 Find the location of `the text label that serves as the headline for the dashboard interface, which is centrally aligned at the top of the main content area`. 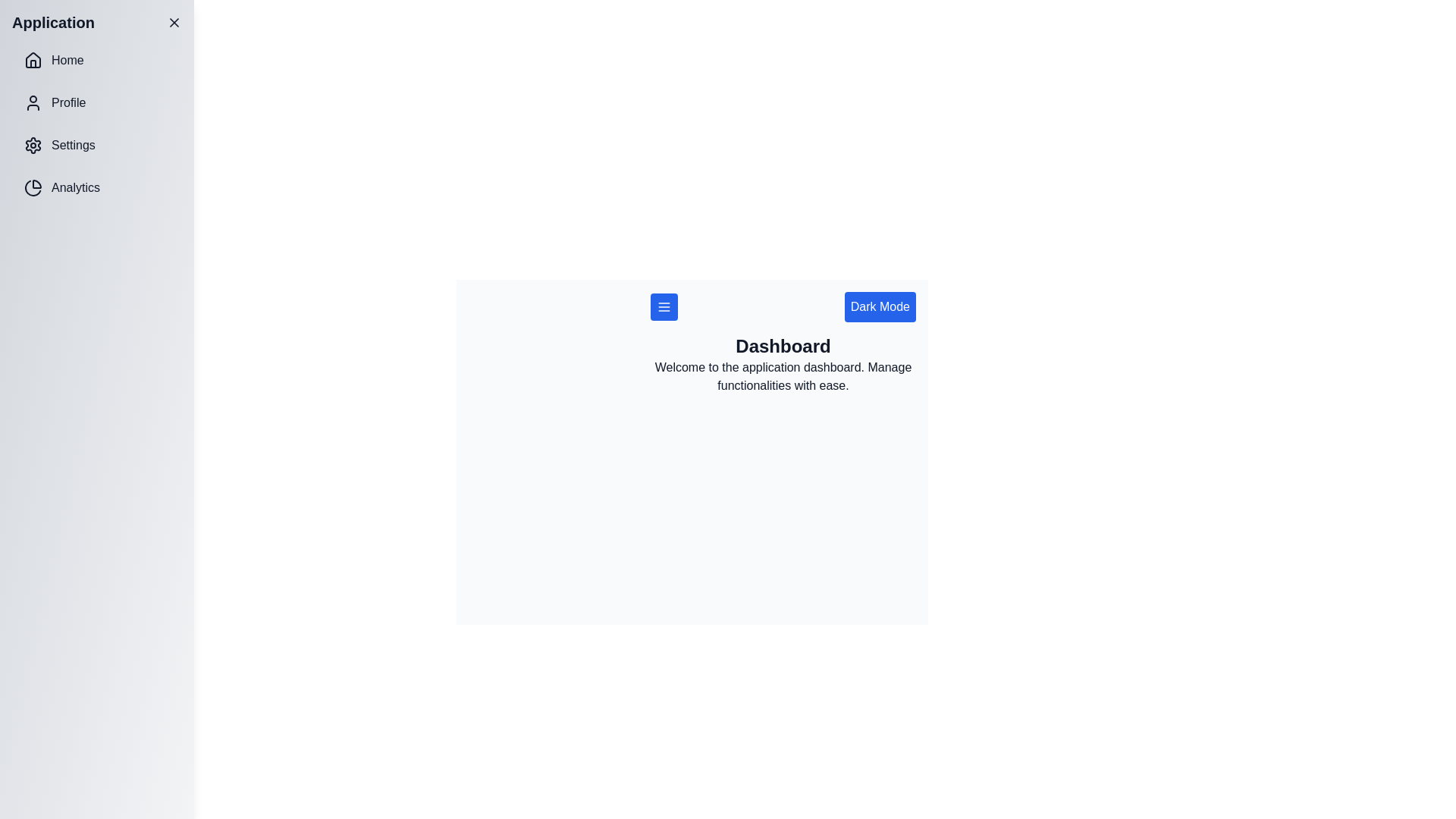

the text label that serves as the headline for the dashboard interface, which is centrally aligned at the top of the main content area is located at coordinates (783, 346).